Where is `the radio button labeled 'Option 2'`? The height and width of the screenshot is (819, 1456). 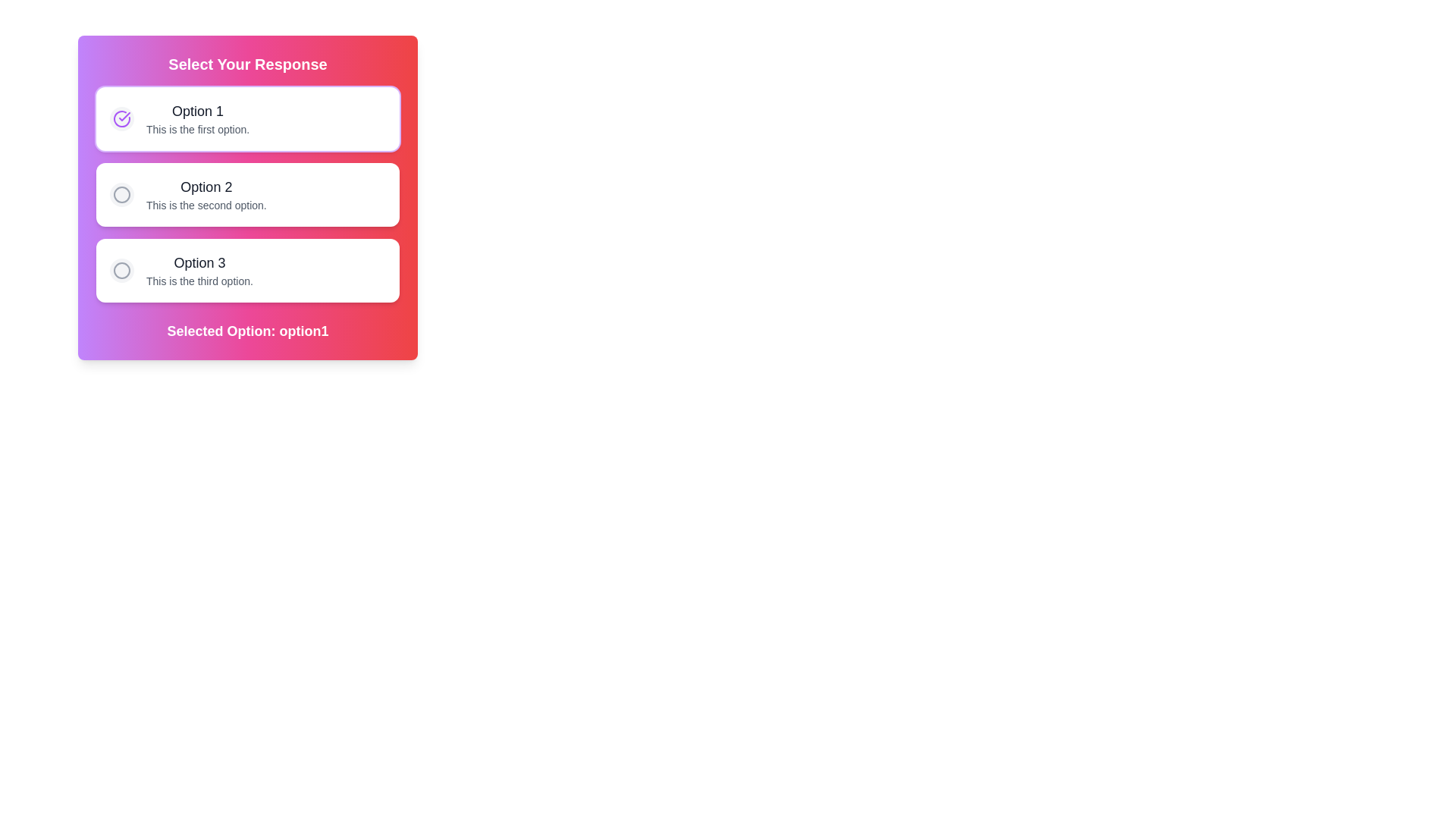
the radio button labeled 'Option 2' is located at coordinates (247, 197).